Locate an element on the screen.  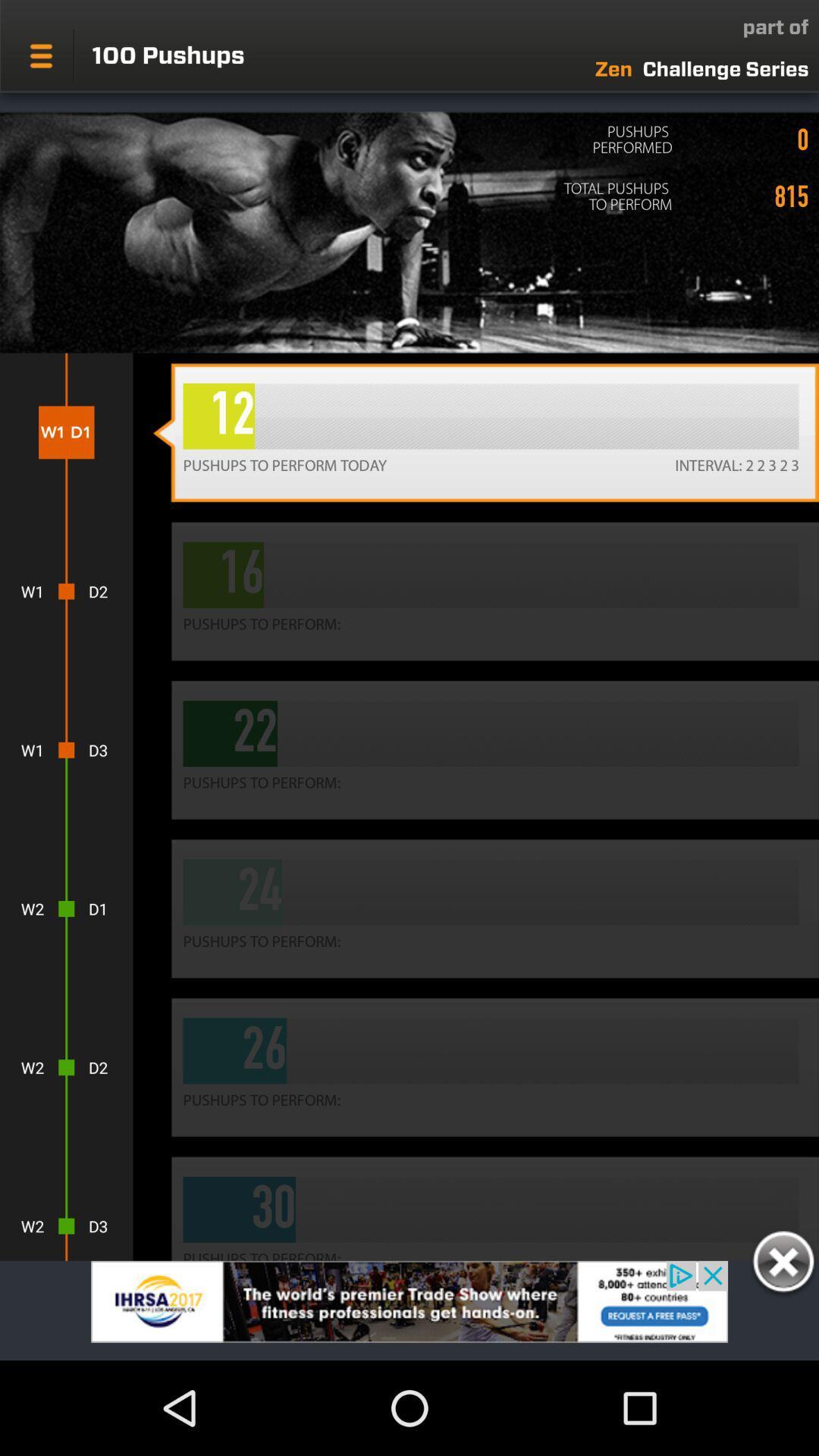
work level is located at coordinates (783, 1264).